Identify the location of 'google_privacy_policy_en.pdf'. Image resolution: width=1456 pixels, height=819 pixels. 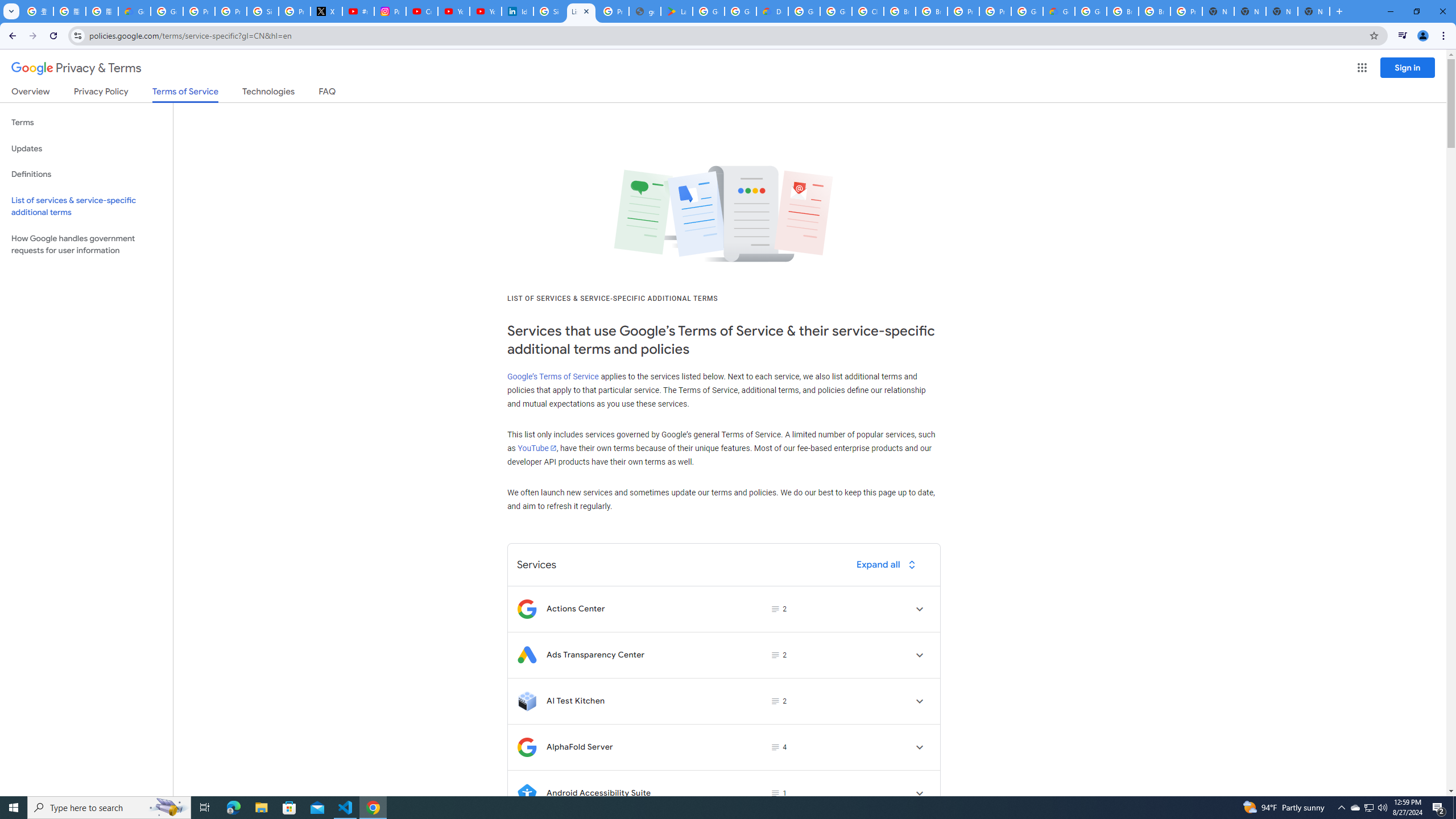
(644, 11).